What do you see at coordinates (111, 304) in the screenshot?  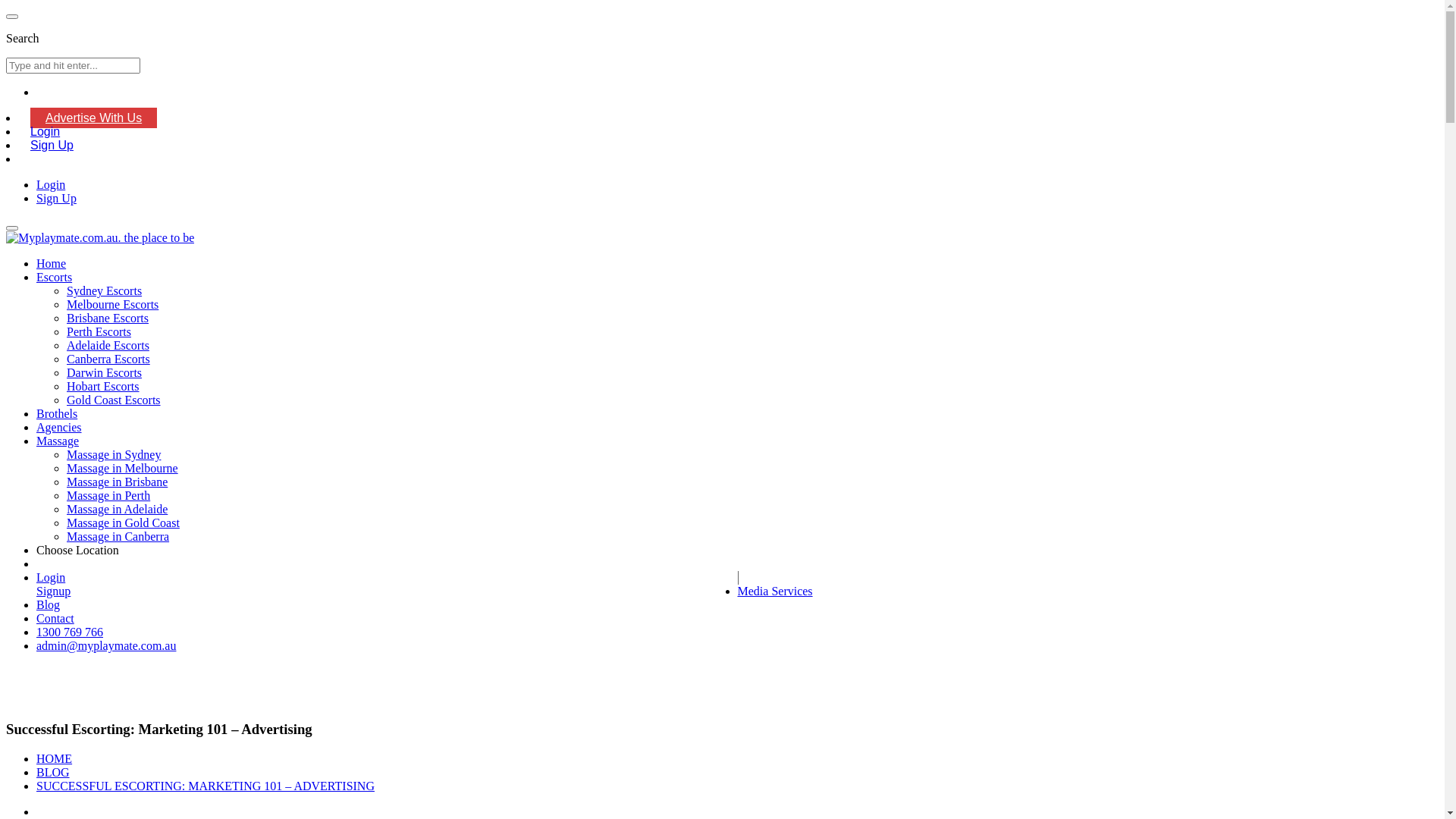 I see `'Melbourne Escorts'` at bounding box center [111, 304].